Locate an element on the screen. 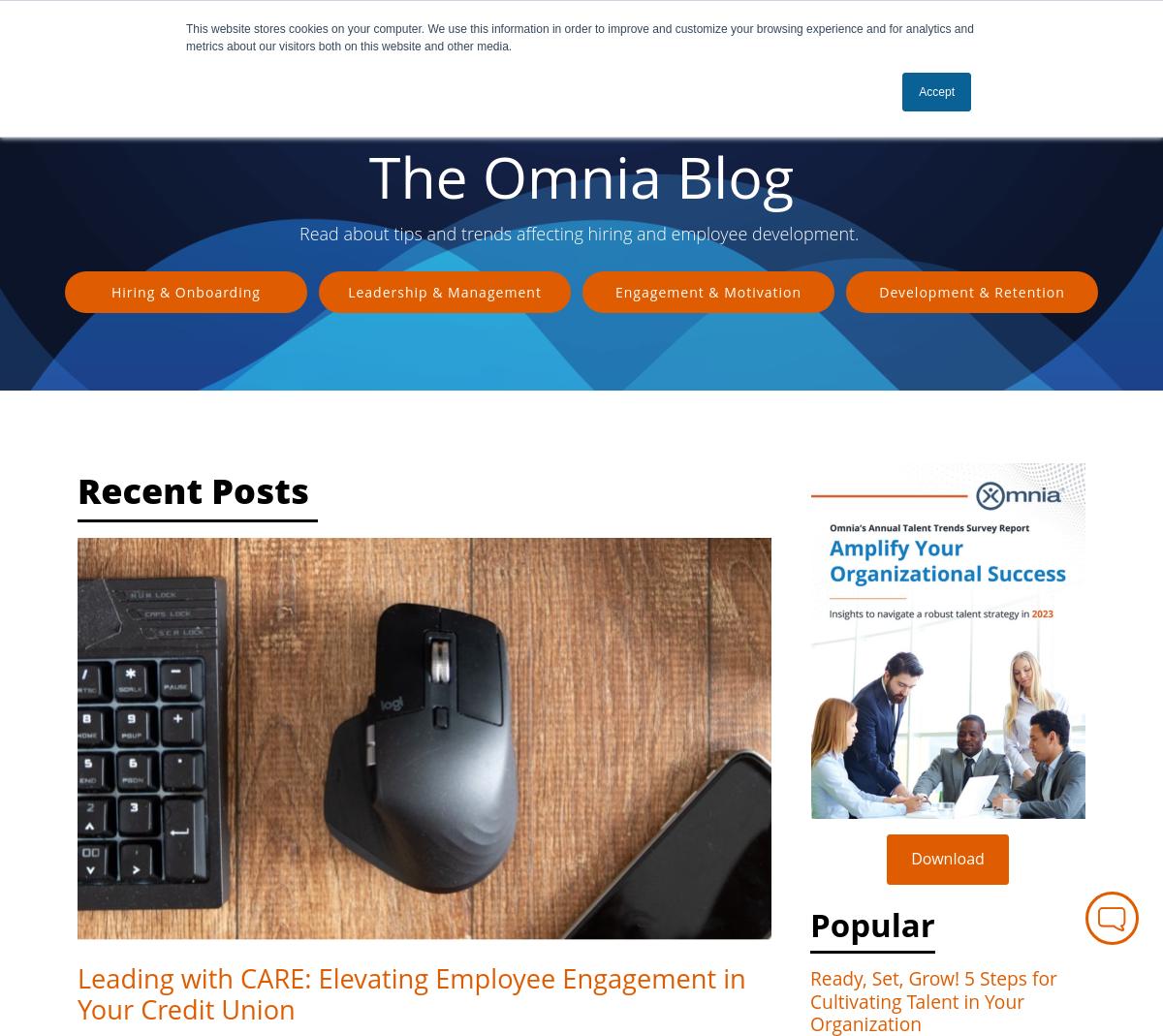 The image size is (1163, 1036). 'Leading with CARE: Elevating Employee Engagement in Your Credit Union' is located at coordinates (78, 992).